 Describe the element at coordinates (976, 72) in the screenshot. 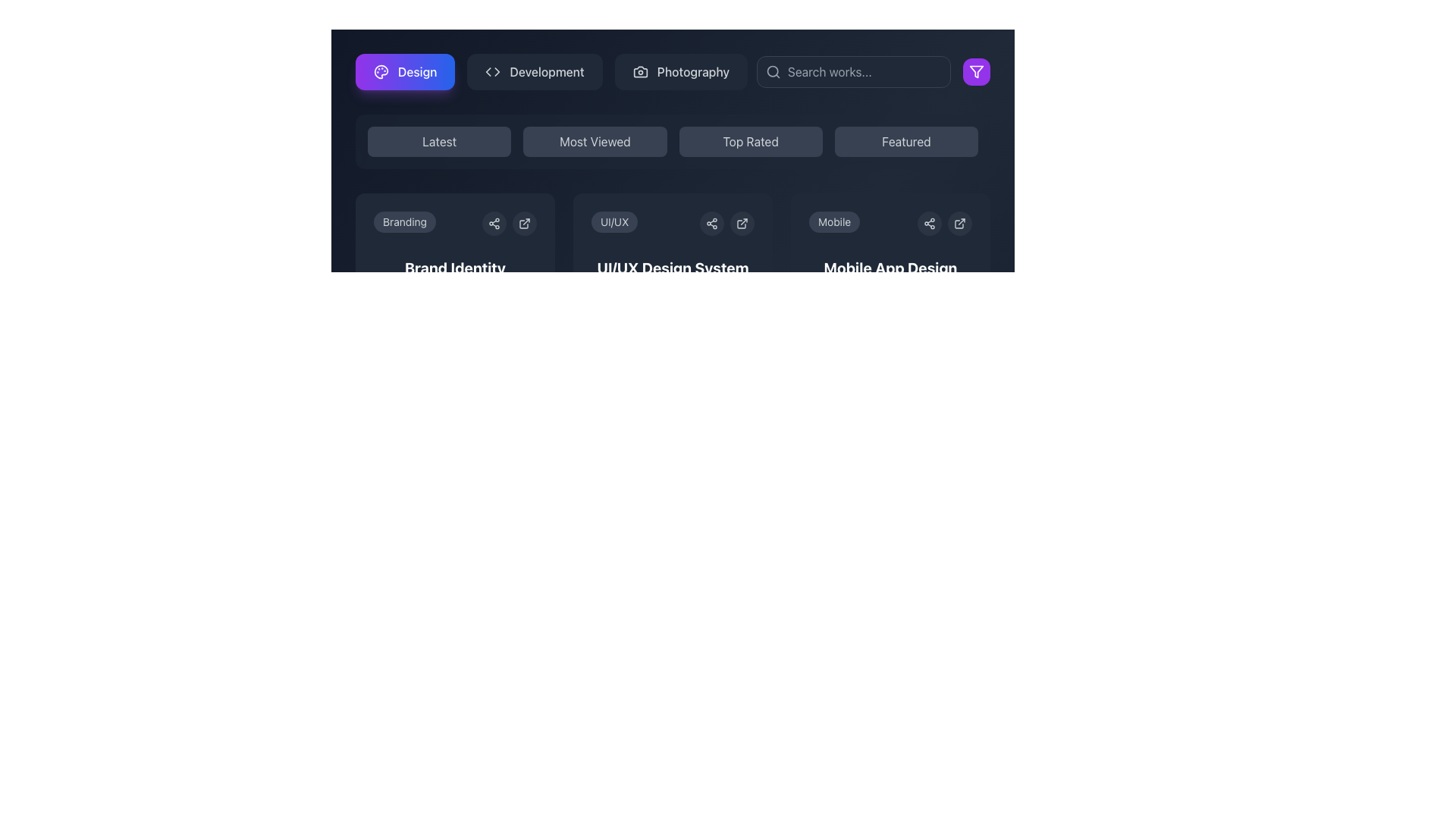

I see `the funnel-shaped icon button in the top-right toolbar` at that location.